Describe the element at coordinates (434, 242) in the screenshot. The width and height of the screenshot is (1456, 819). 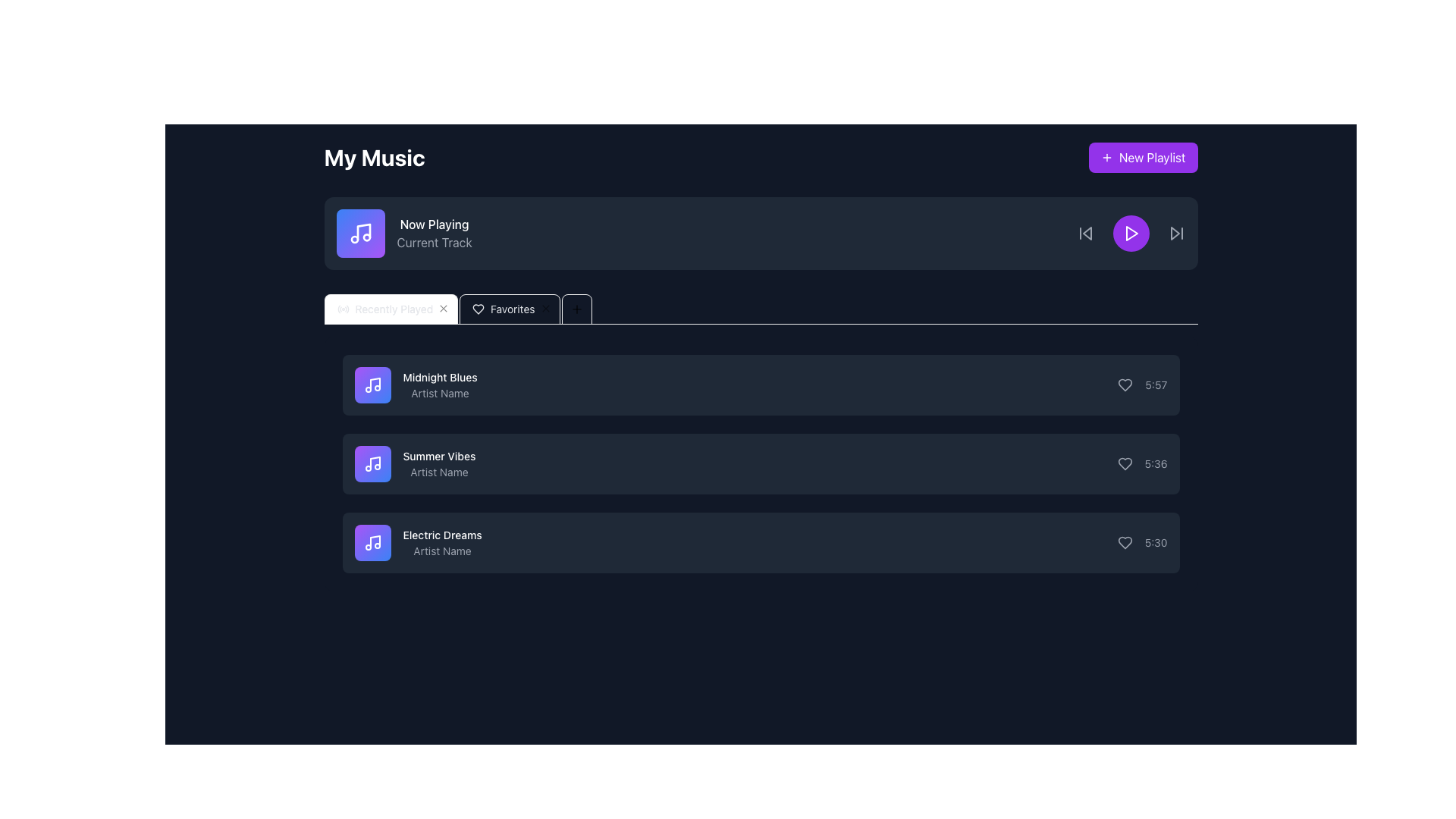
I see `the 'Current Track' text label, which is styled in gray and serves as supplementary information beneath the 'Now Playing' section` at that location.